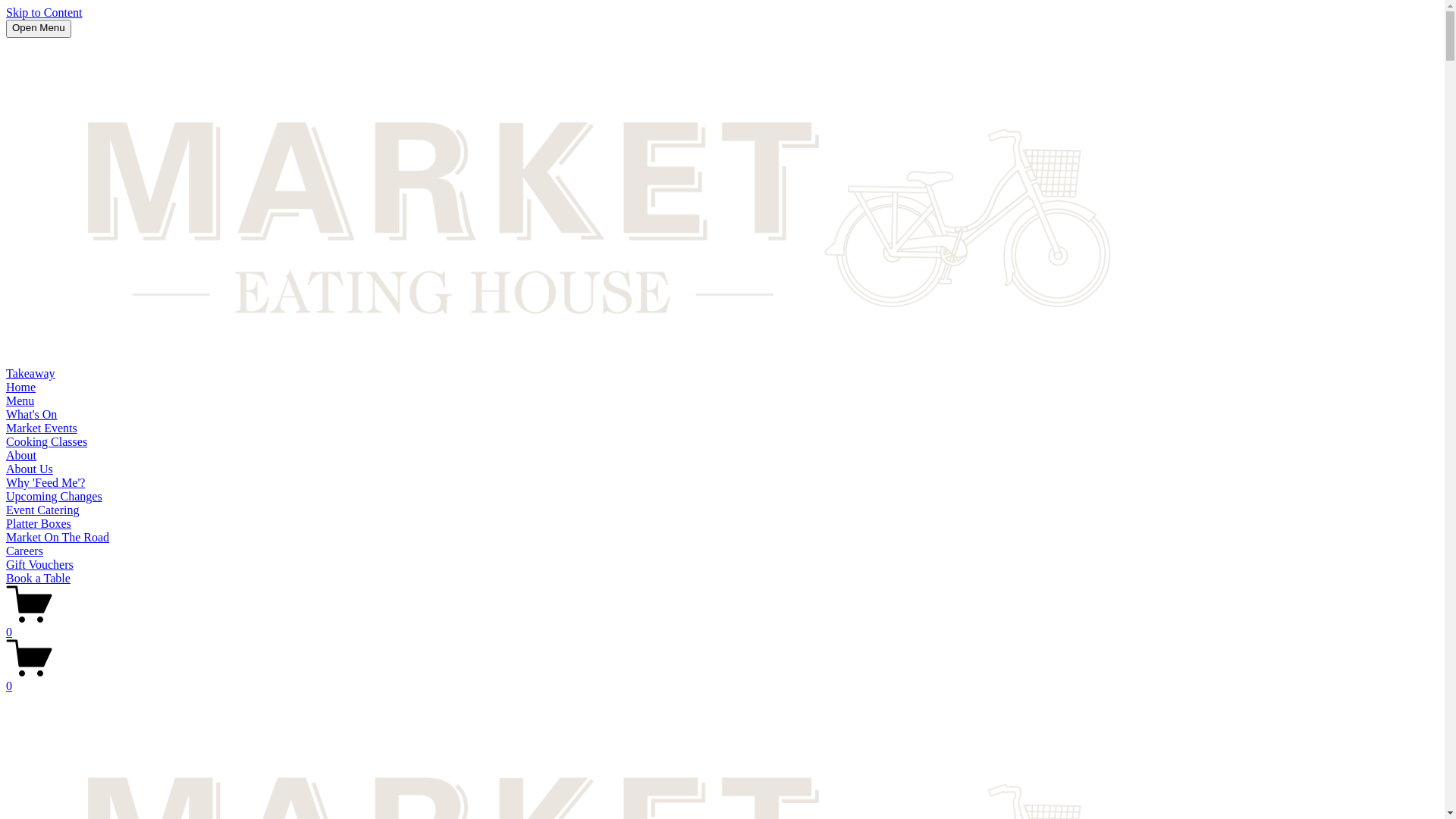 Image resolution: width=1456 pixels, height=819 pixels. Describe the element at coordinates (6, 536) in the screenshot. I see `'Market On The Road'` at that location.